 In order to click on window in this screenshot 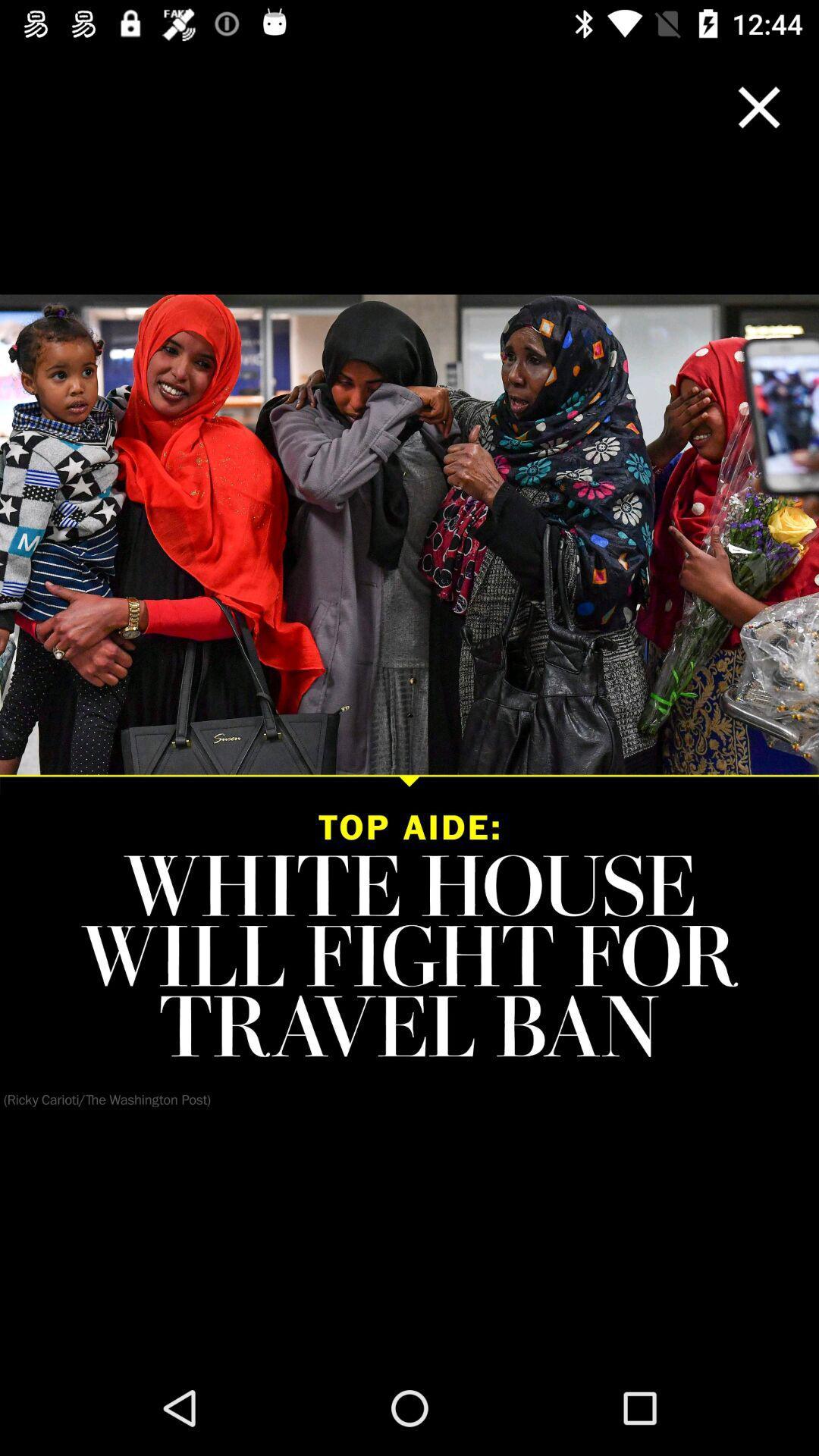, I will do `click(759, 106)`.